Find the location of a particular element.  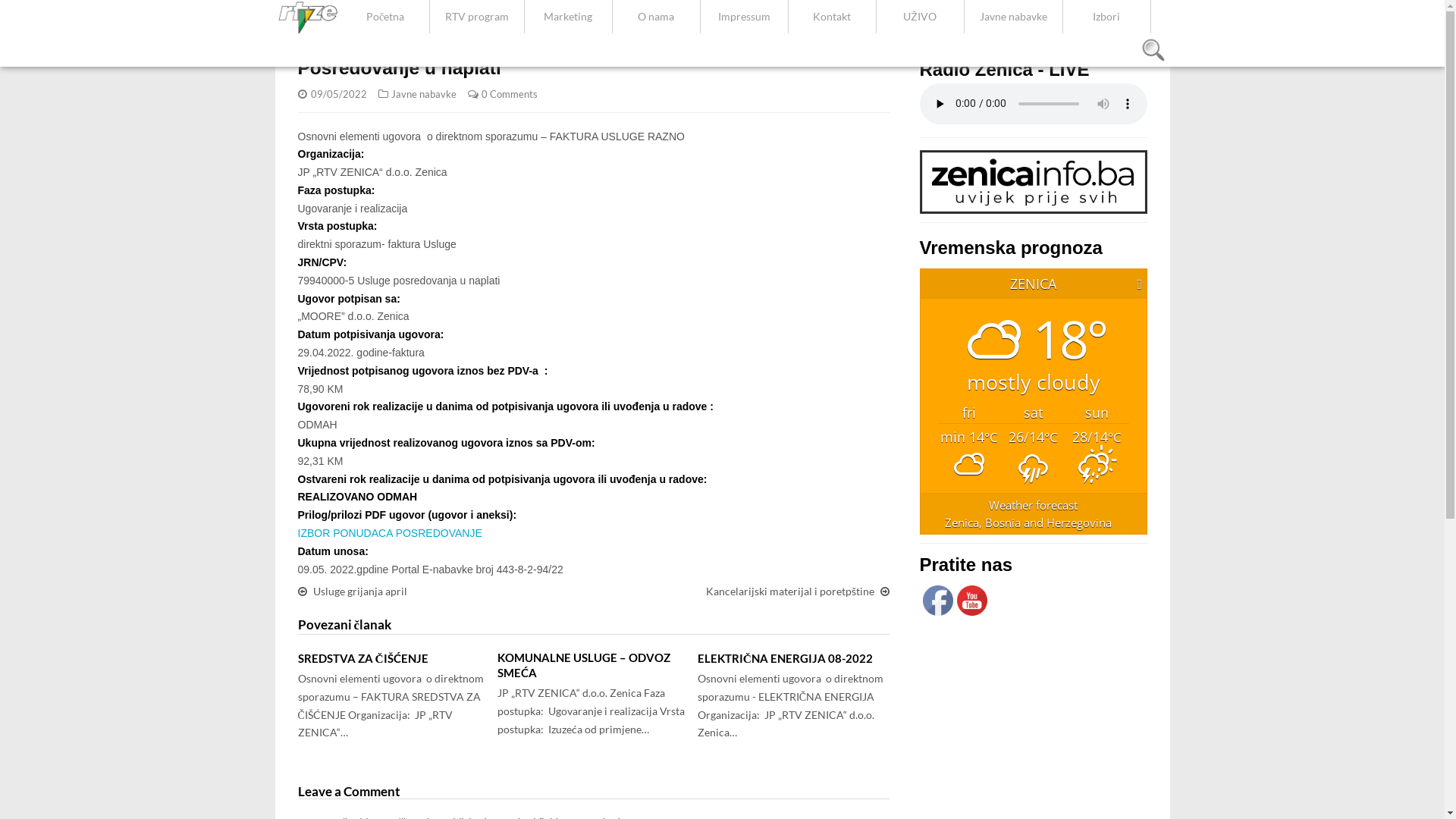

'Javne nabavke' is located at coordinates (423, 93).